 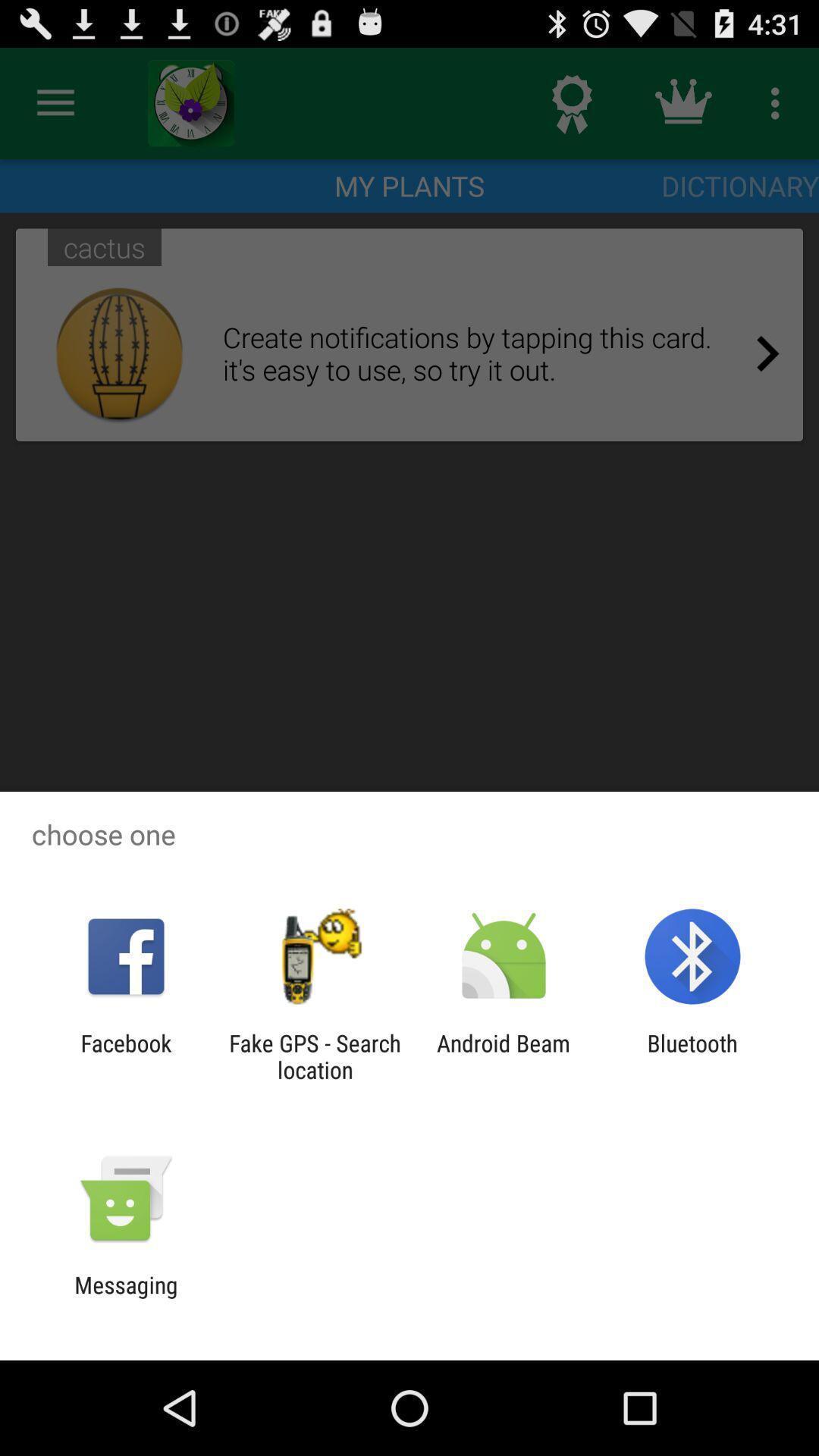 I want to click on item to the right of android beam icon, so click(x=692, y=1056).